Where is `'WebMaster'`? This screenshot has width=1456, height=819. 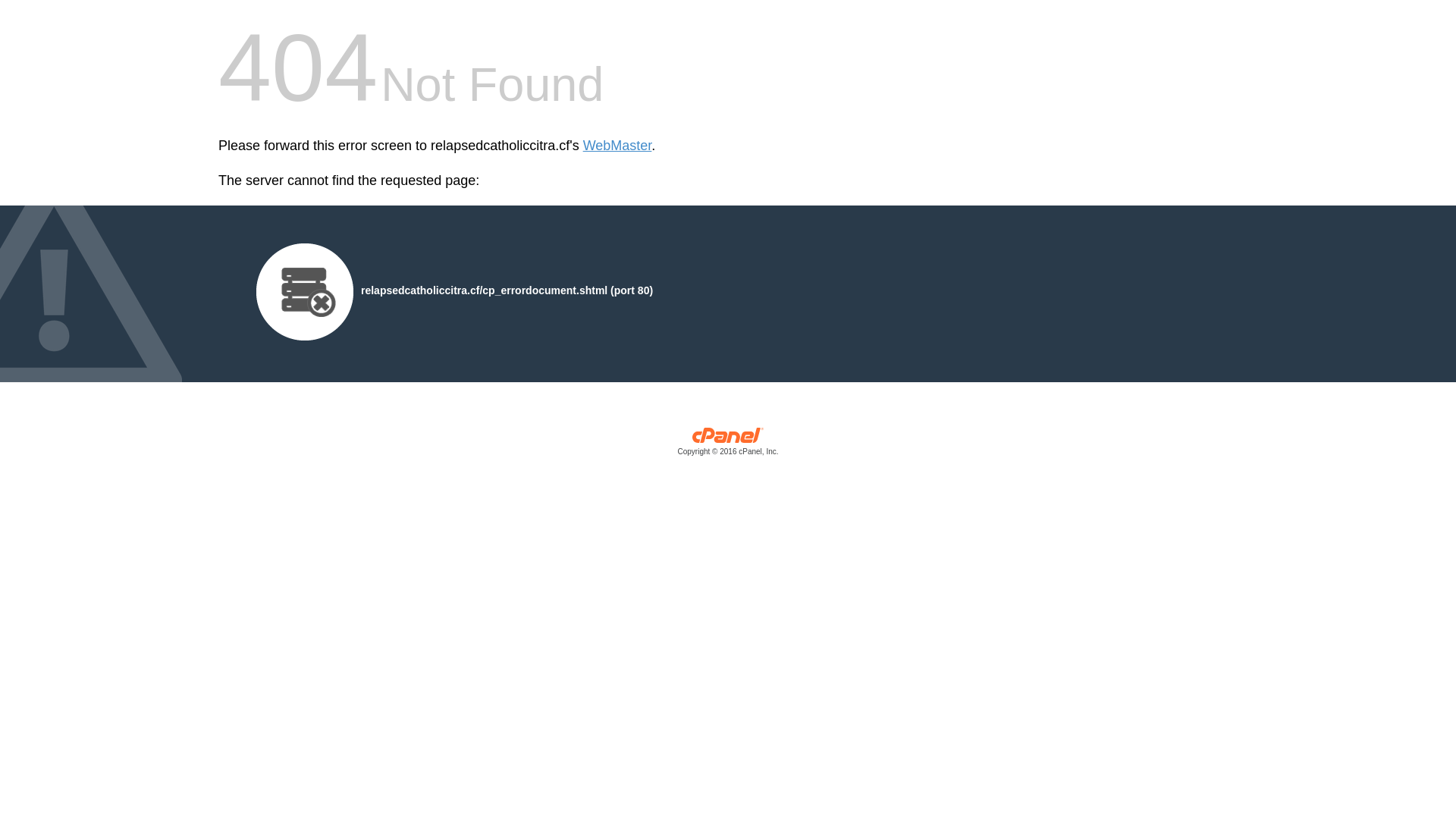 'WebMaster' is located at coordinates (617, 146).